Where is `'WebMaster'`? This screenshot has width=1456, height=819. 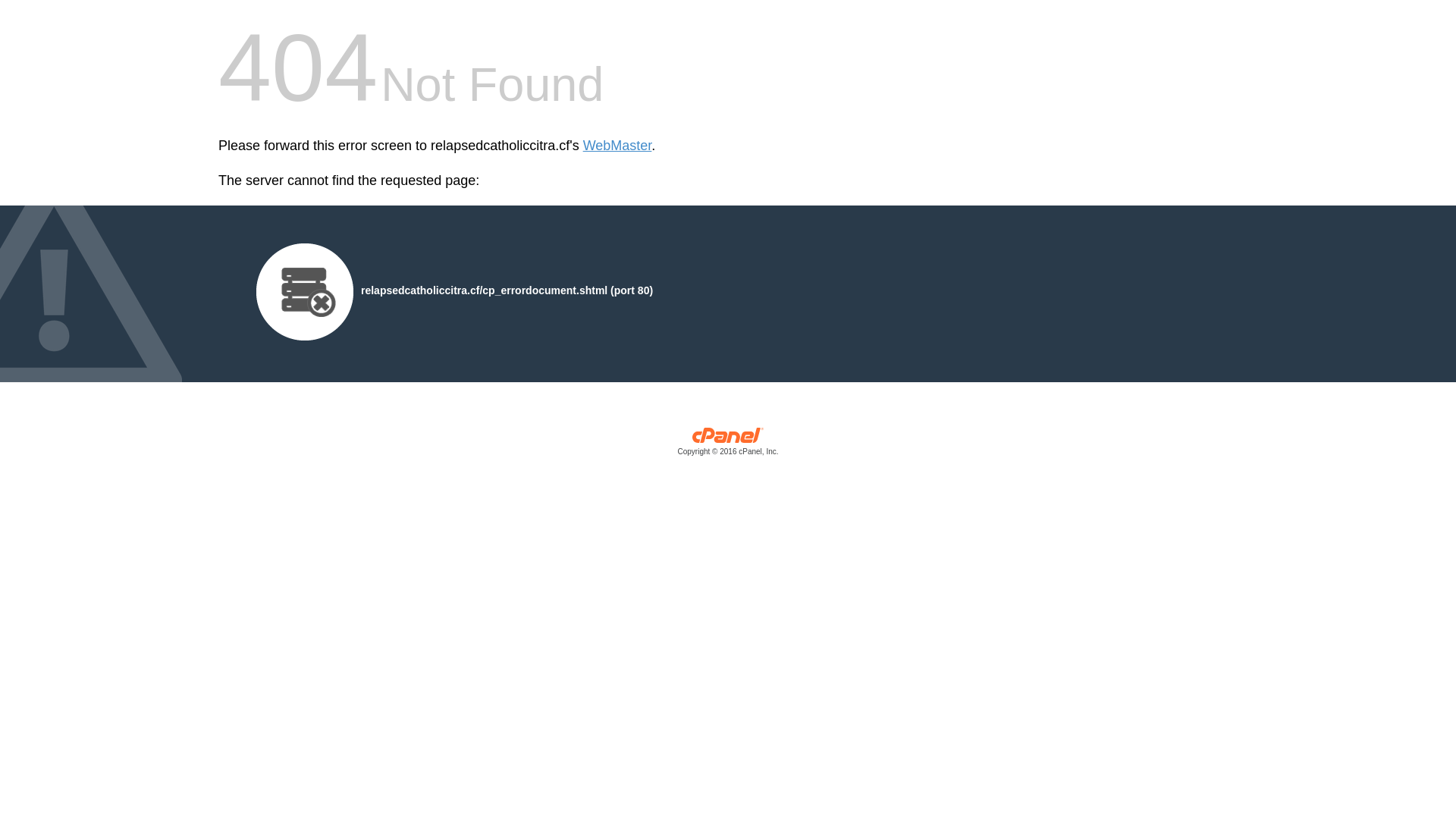 'WebMaster' is located at coordinates (617, 146).